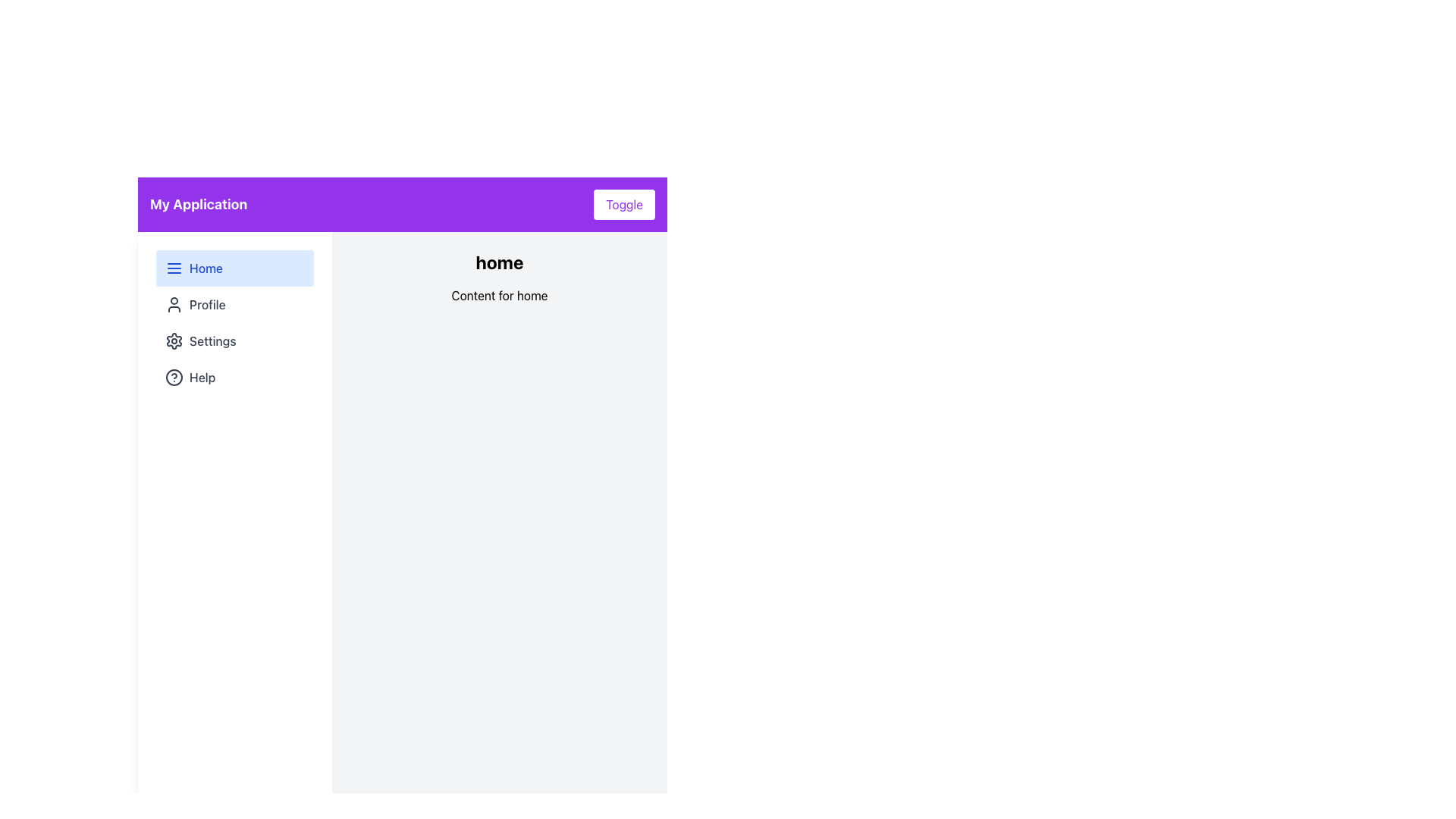 Image resolution: width=1456 pixels, height=819 pixels. What do you see at coordinates (174, 341) in the screenshot?
I see `the settings icon, which is a gear-like shape located to the left of the text 'Settings'` at bounding box center [174, 341].